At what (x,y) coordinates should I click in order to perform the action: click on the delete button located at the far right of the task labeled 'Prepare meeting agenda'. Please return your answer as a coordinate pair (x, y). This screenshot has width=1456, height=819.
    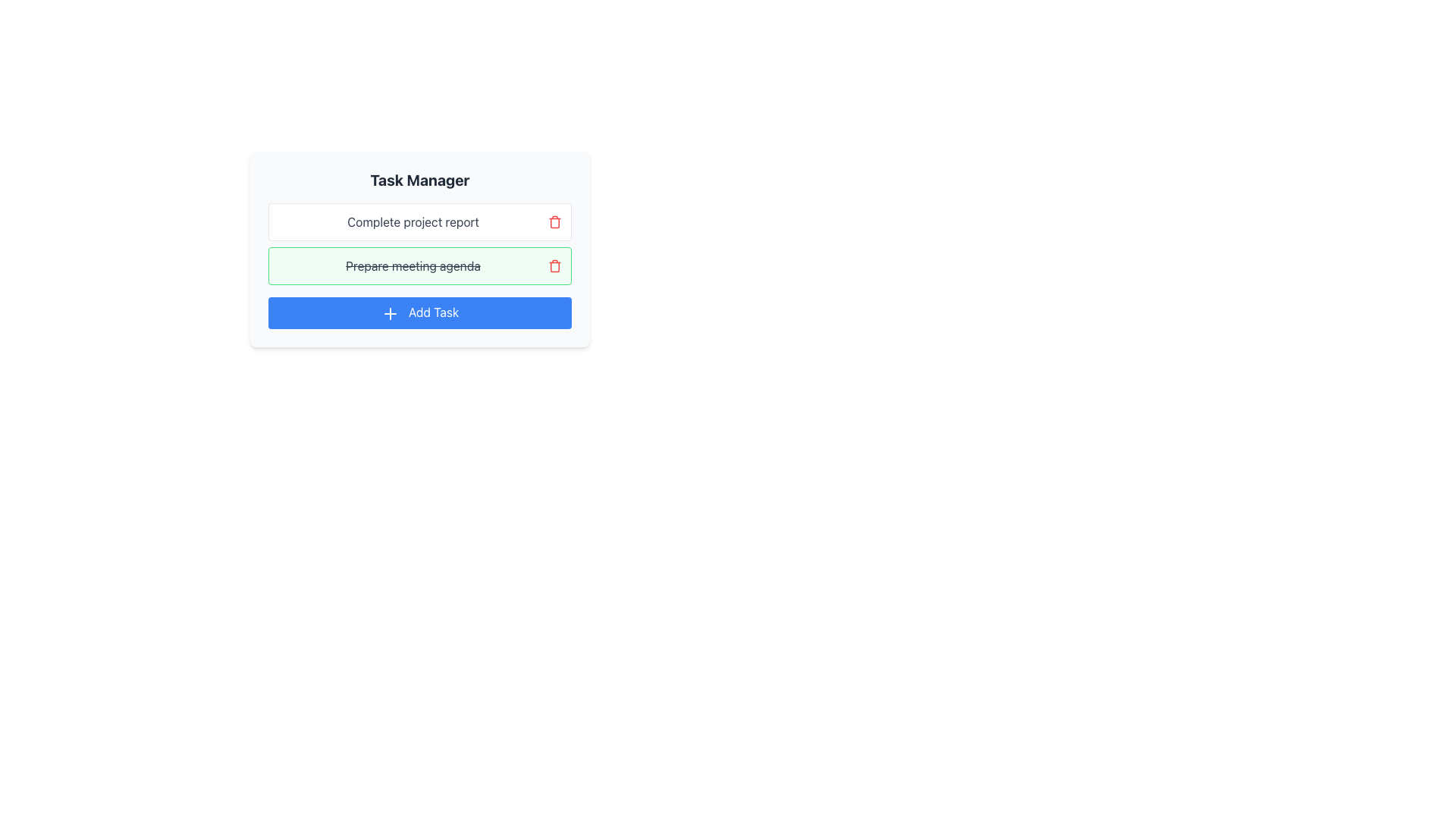
    Looking at the image, I should click on (554, 222).